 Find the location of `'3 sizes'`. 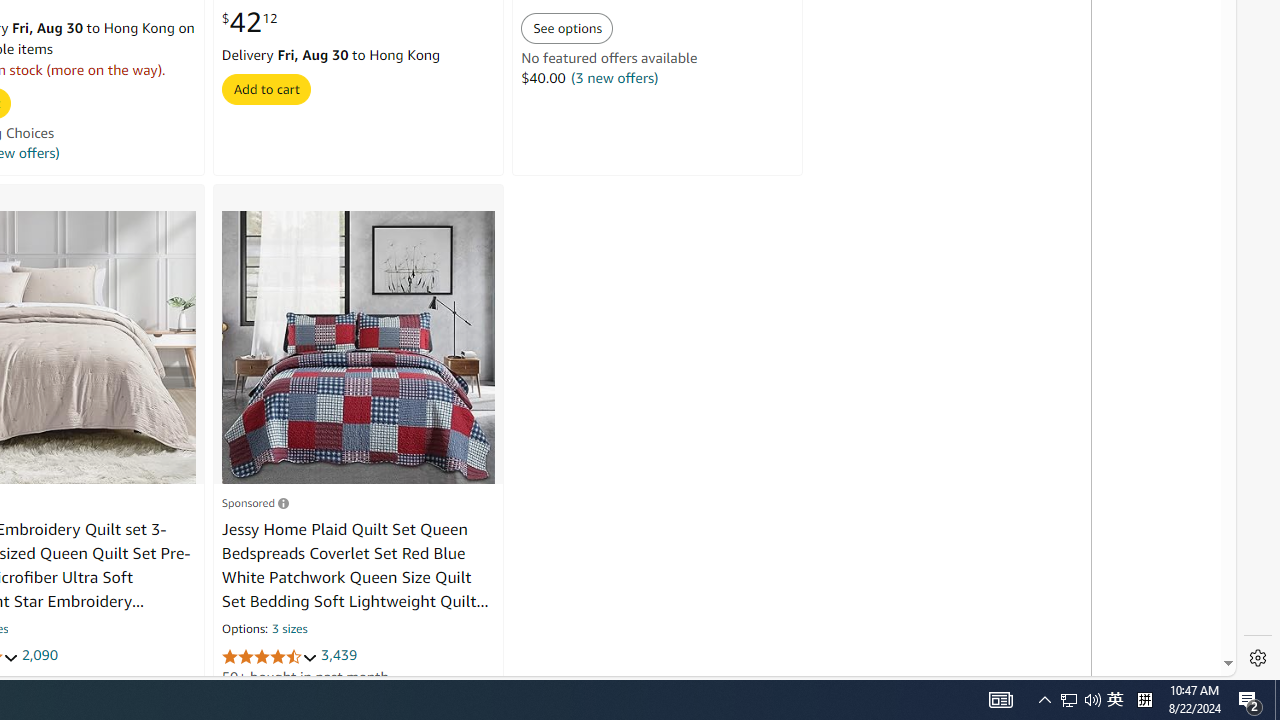

'3 sizes' is located at coordinates (288, 630).